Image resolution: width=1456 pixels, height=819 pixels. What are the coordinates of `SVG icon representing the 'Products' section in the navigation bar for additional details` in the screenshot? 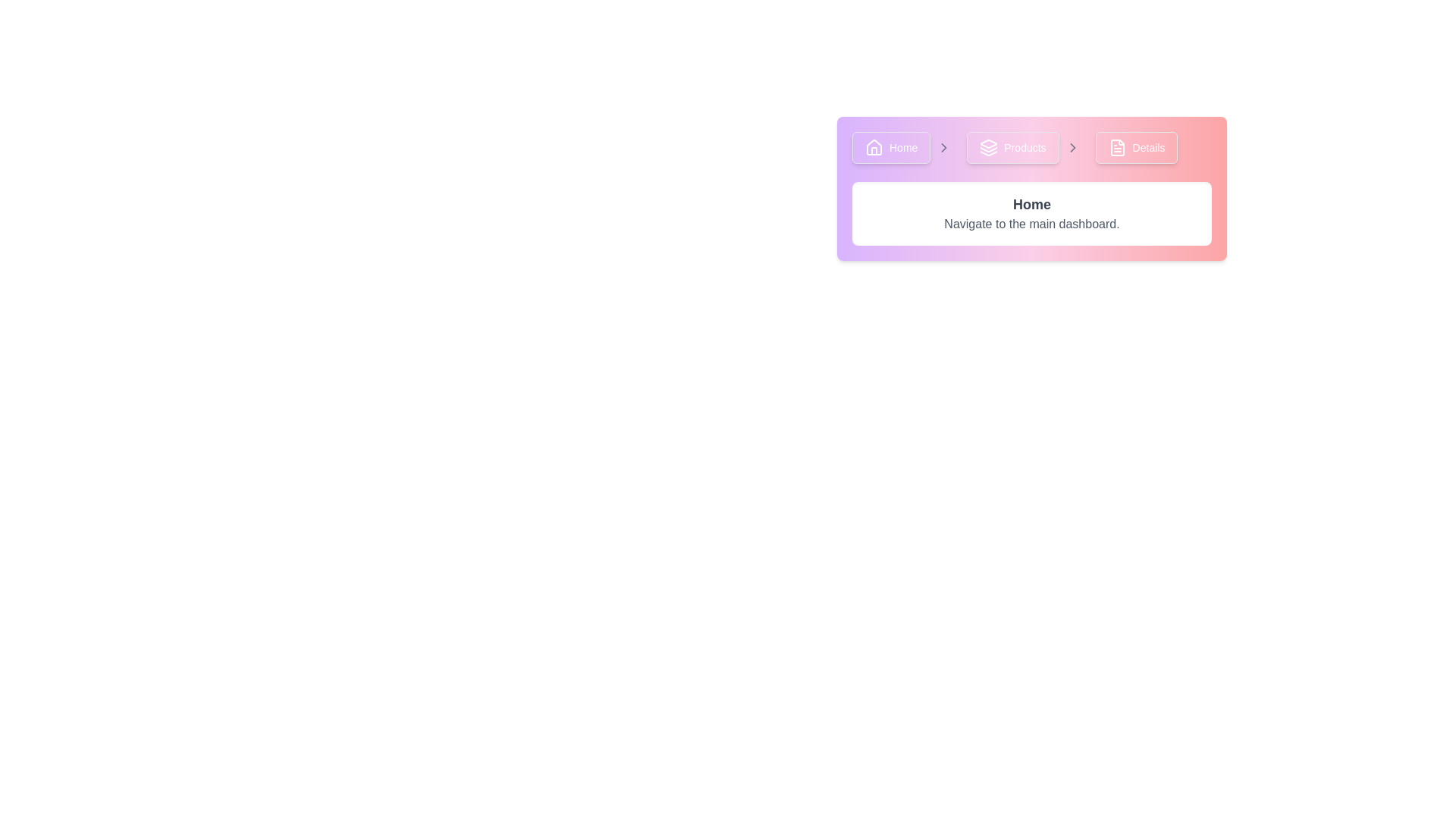 It's located at (989, 148).